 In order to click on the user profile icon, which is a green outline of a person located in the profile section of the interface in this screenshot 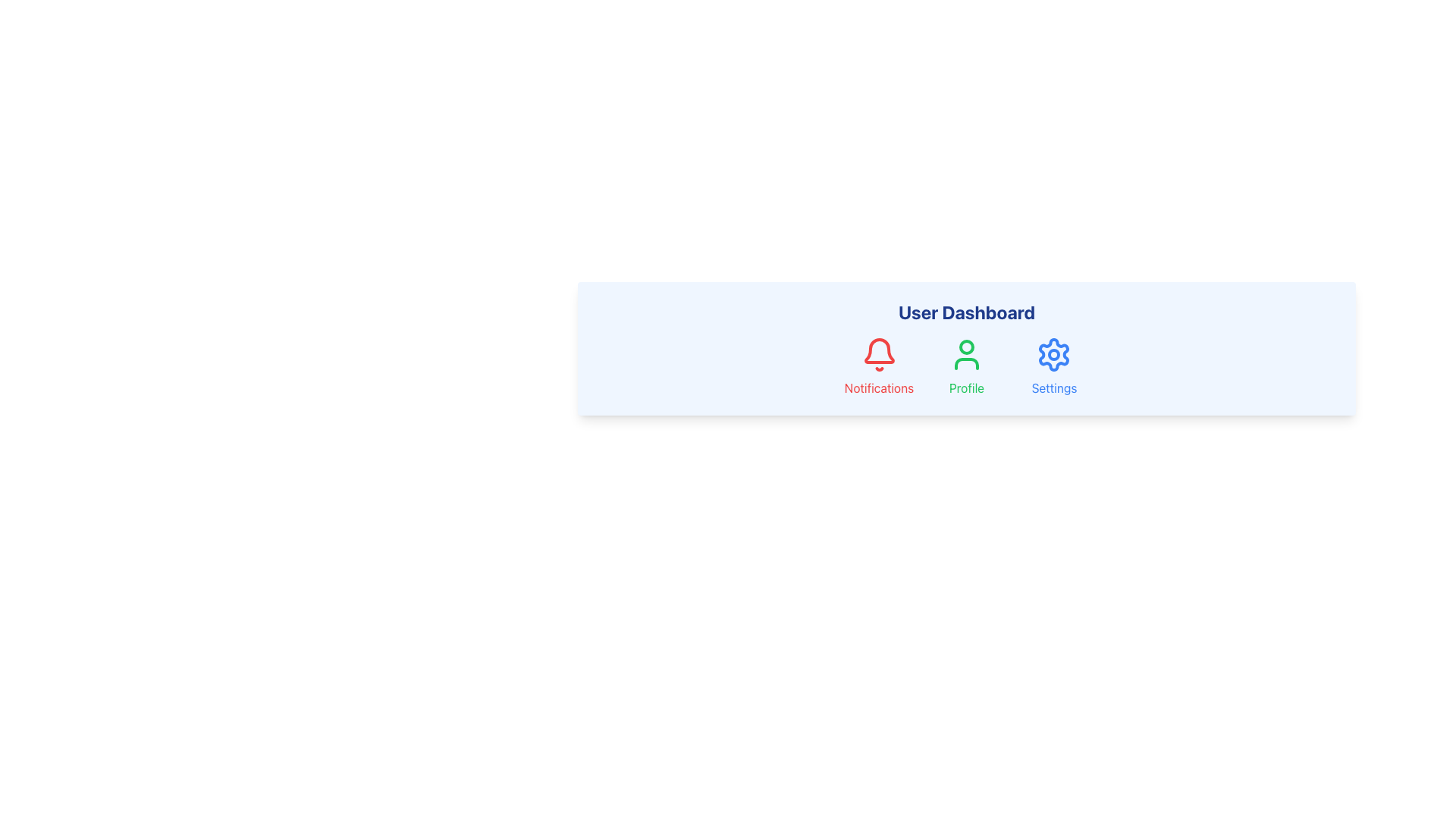, I will do `click(965, 354)`.